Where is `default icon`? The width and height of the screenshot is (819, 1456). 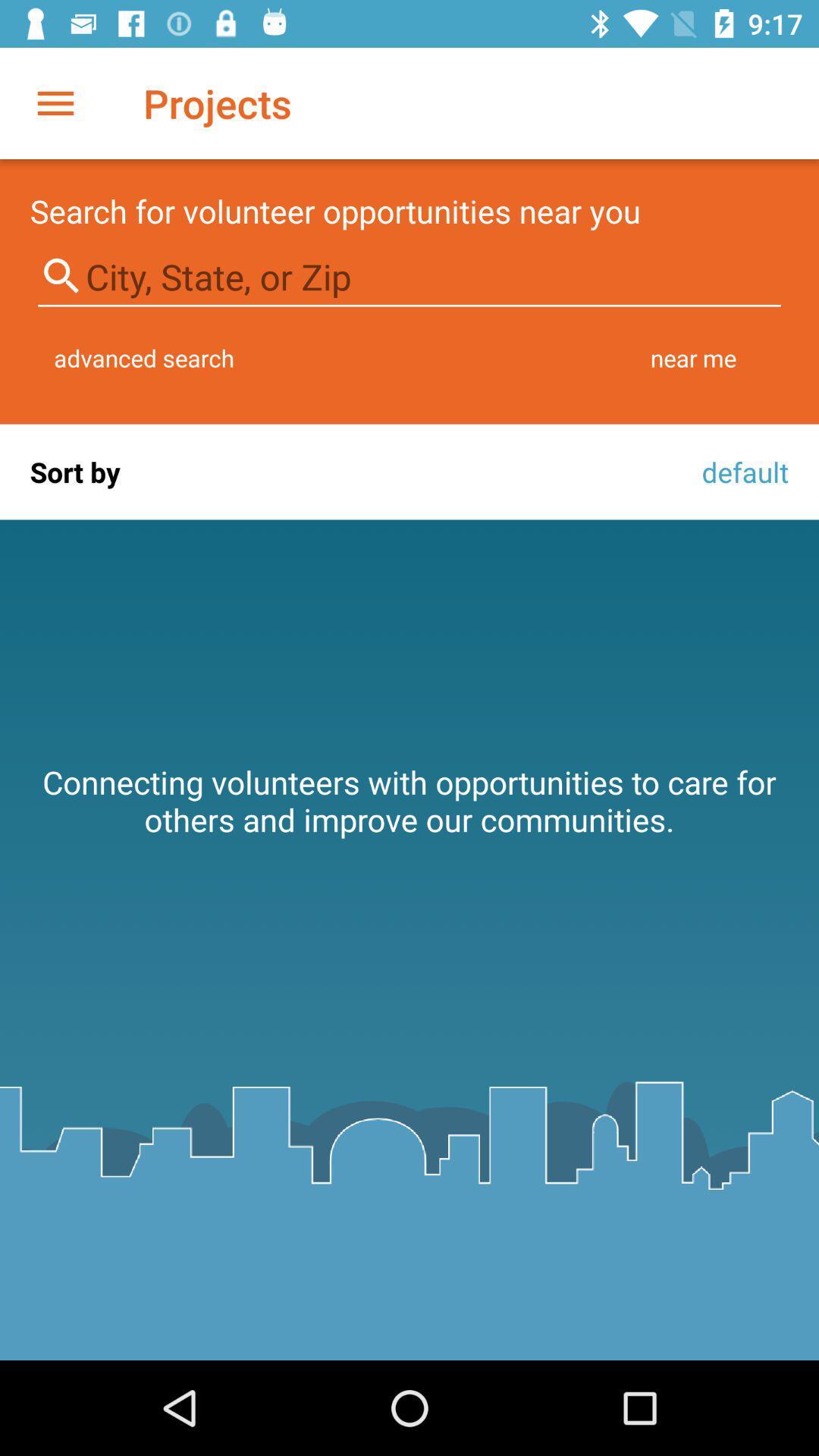 default icon is located at coordinates (740, 471).